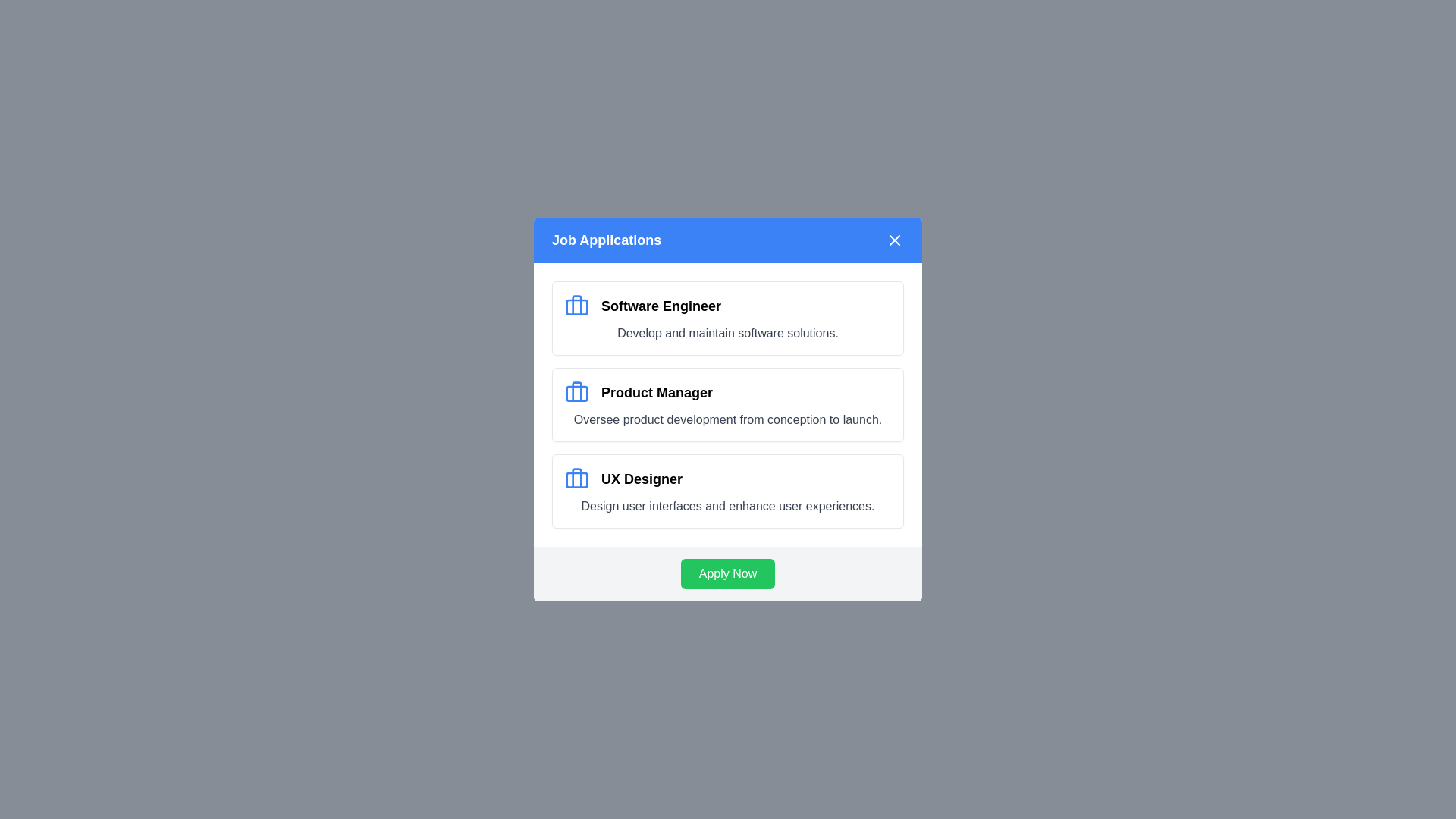 The image size is (1456, 819). I want to click on the text element displaying the description 'Design user interfaces and enhance user experiences.' positioned below the bold 'UX Designer' title to check for tooltips, so click(728, 506).